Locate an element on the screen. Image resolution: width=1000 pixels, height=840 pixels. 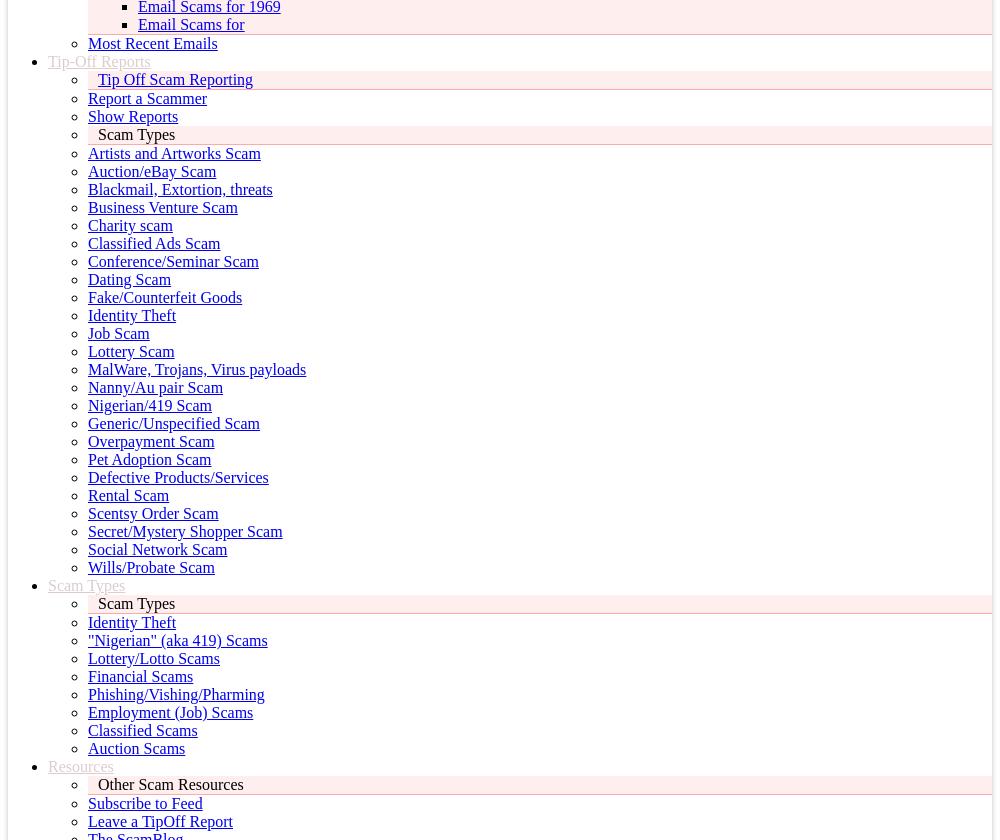
'Resources' is located at coordinates (48, 766).